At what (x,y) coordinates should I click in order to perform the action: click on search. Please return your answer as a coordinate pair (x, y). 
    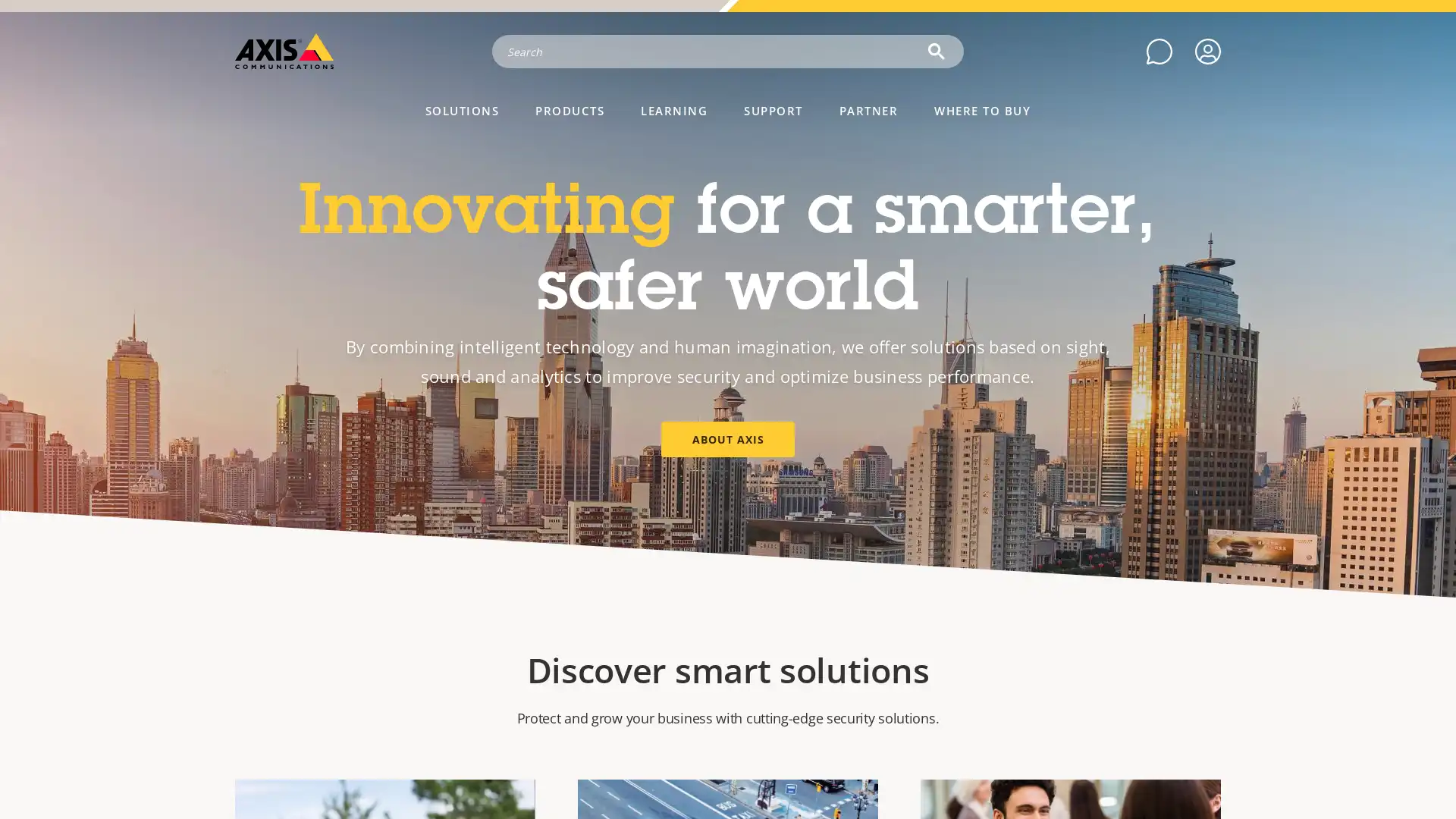
    Looking at the image, I should click on (935, 49).